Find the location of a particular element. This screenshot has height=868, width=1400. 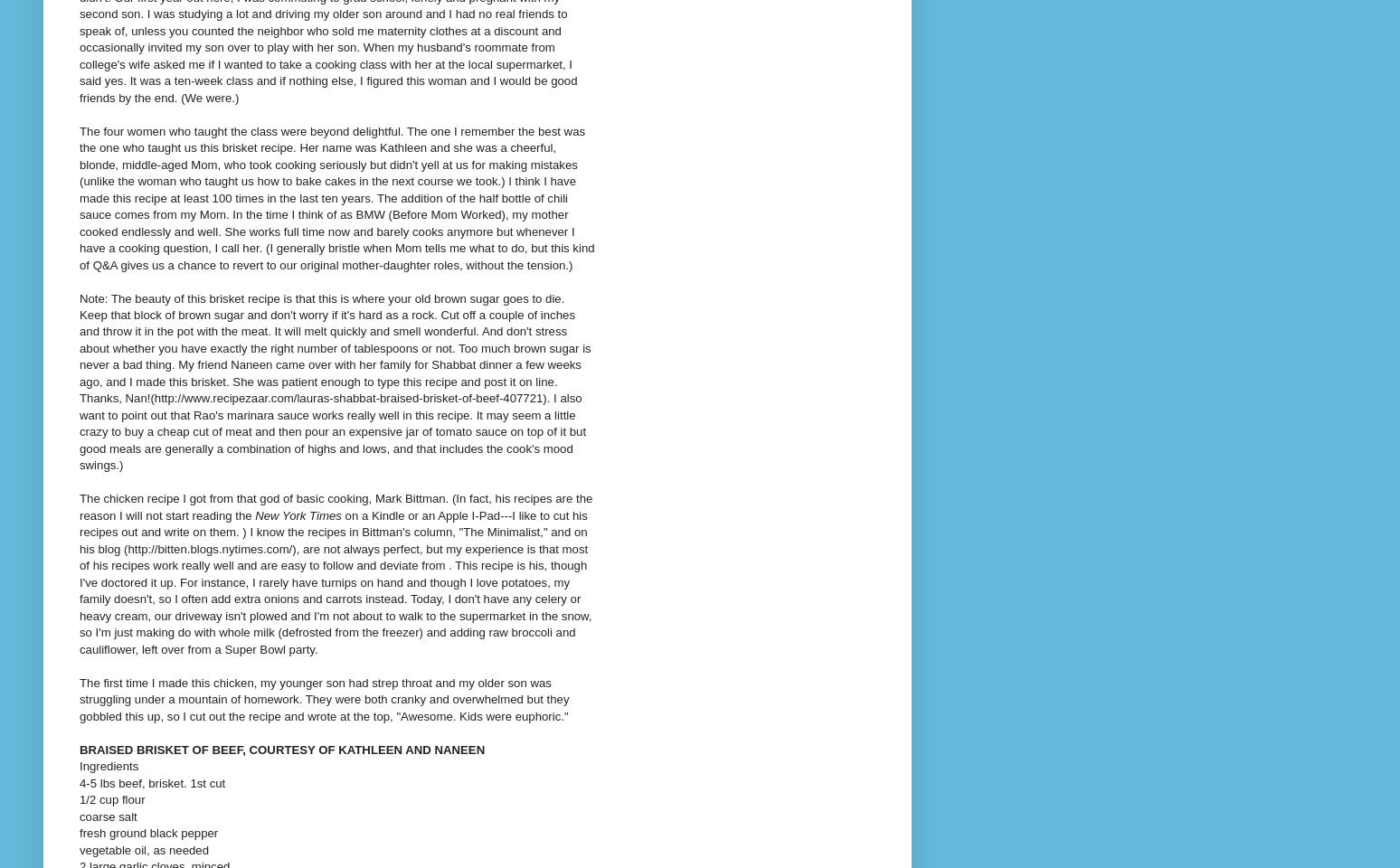

'The chicken recipe I got from that god of basic cooking, Mark Bittman. (In fact, his recipes are the reason I will not start reading the' is located at coordinates (336, 506).